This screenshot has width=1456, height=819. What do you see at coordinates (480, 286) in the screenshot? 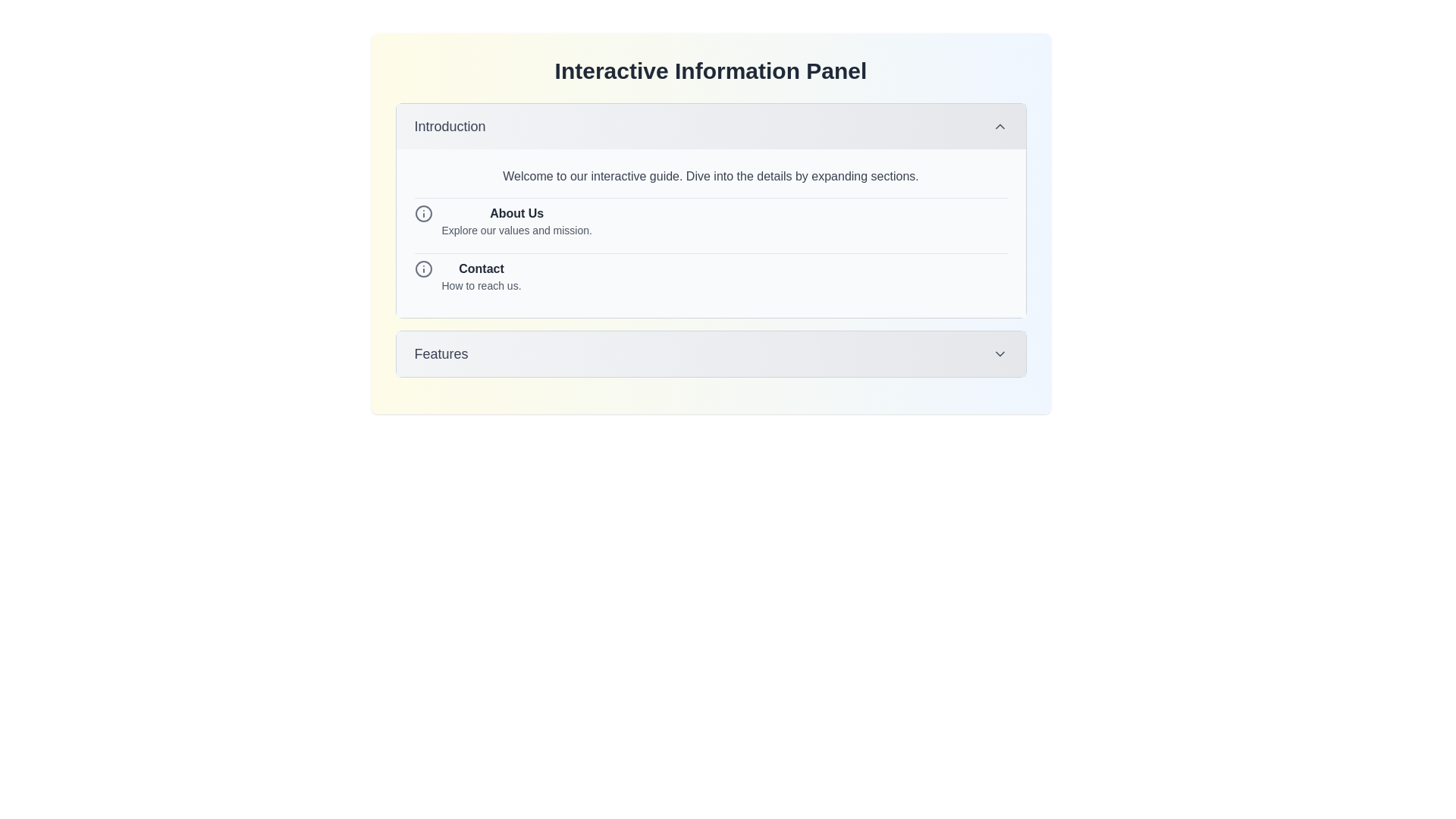
I see `the subtitle text in the 'Contact' section that provides additional context or guidance about the contact information` at bounding box center [480, 286].